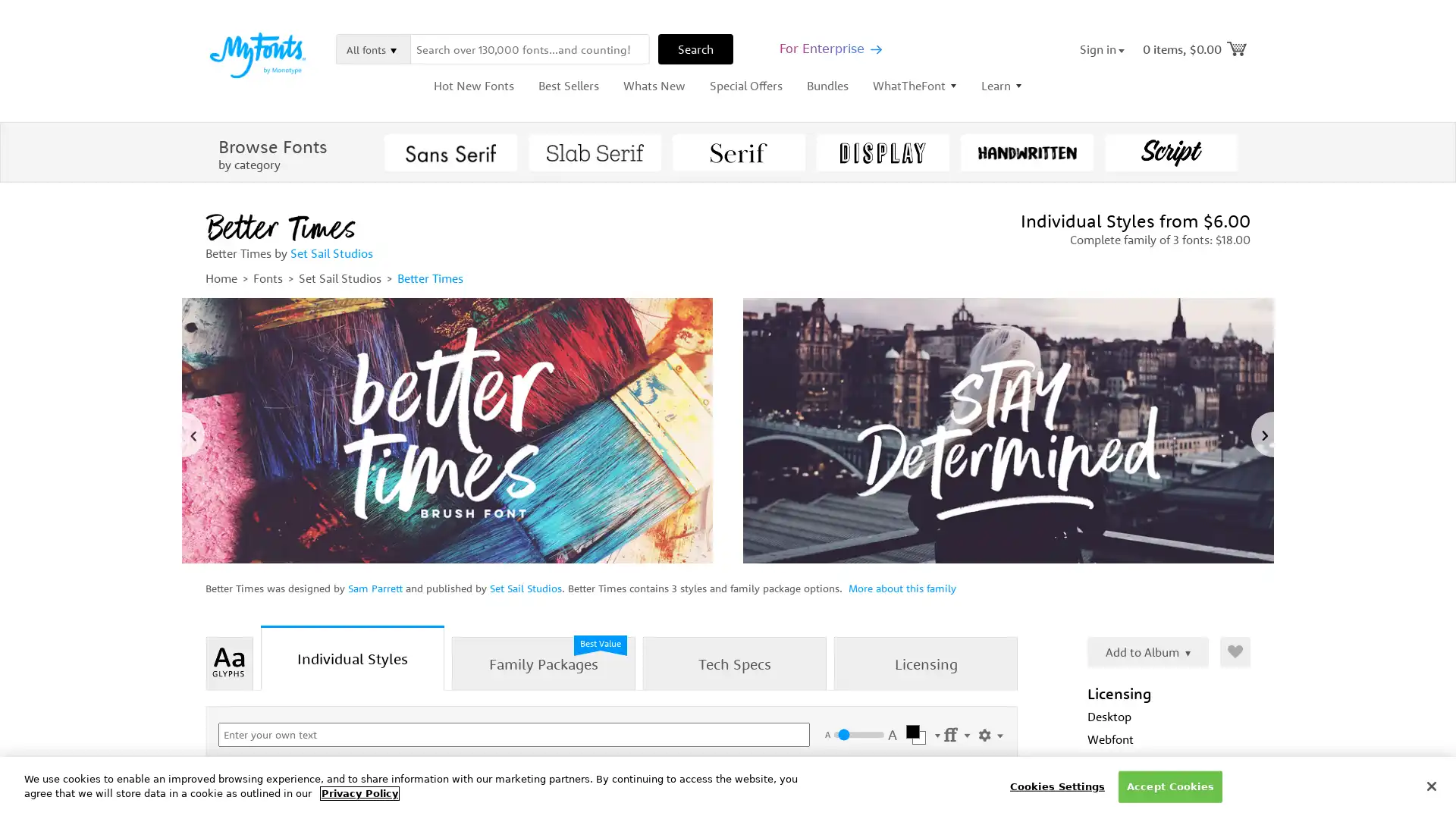  What do you see at coordinates (990, 733) in the screenshot?
I see `Show Settings` at bounding box center [990, 733].